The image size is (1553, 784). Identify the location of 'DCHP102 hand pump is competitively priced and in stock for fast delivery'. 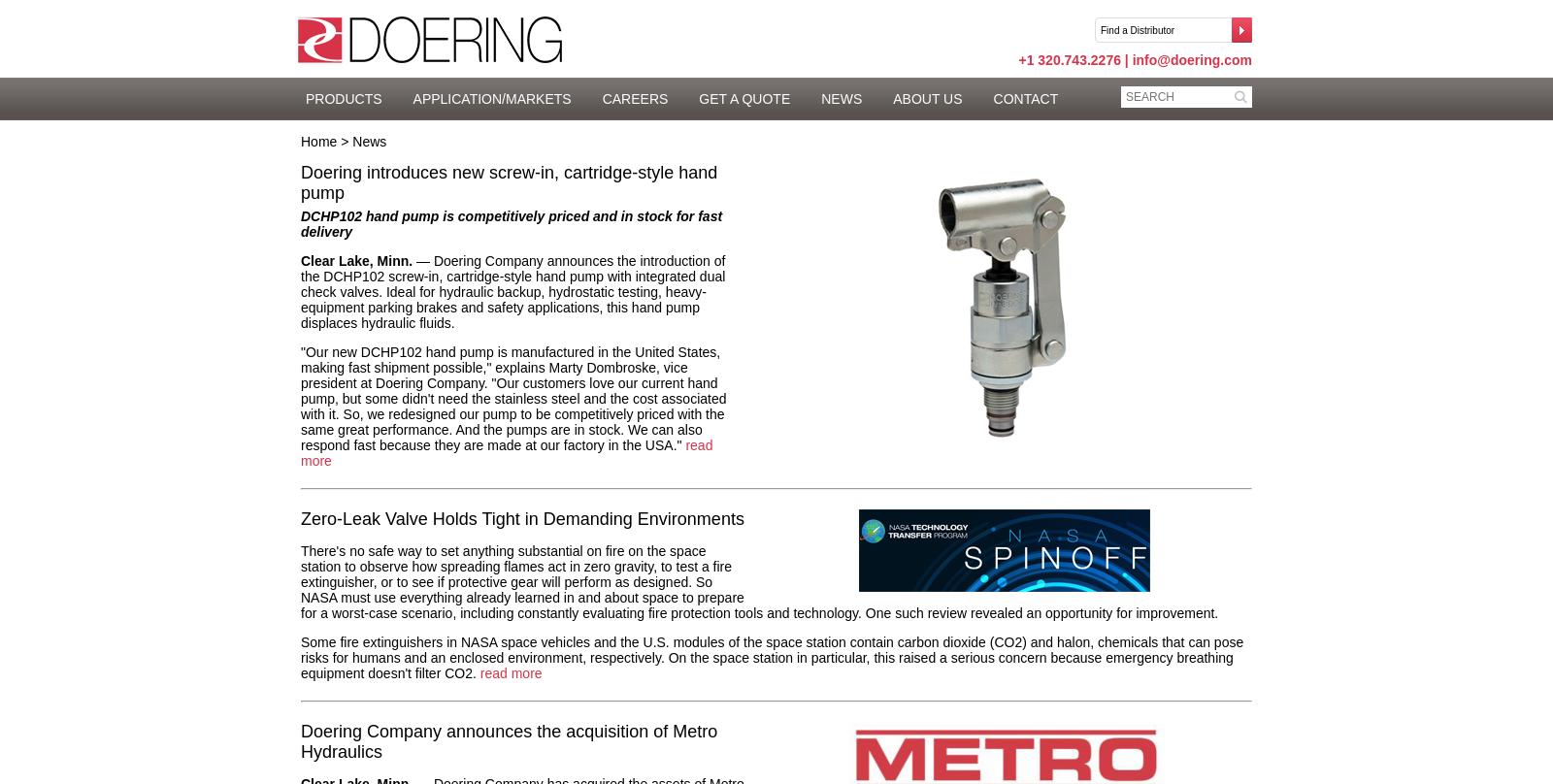
(511, 224).